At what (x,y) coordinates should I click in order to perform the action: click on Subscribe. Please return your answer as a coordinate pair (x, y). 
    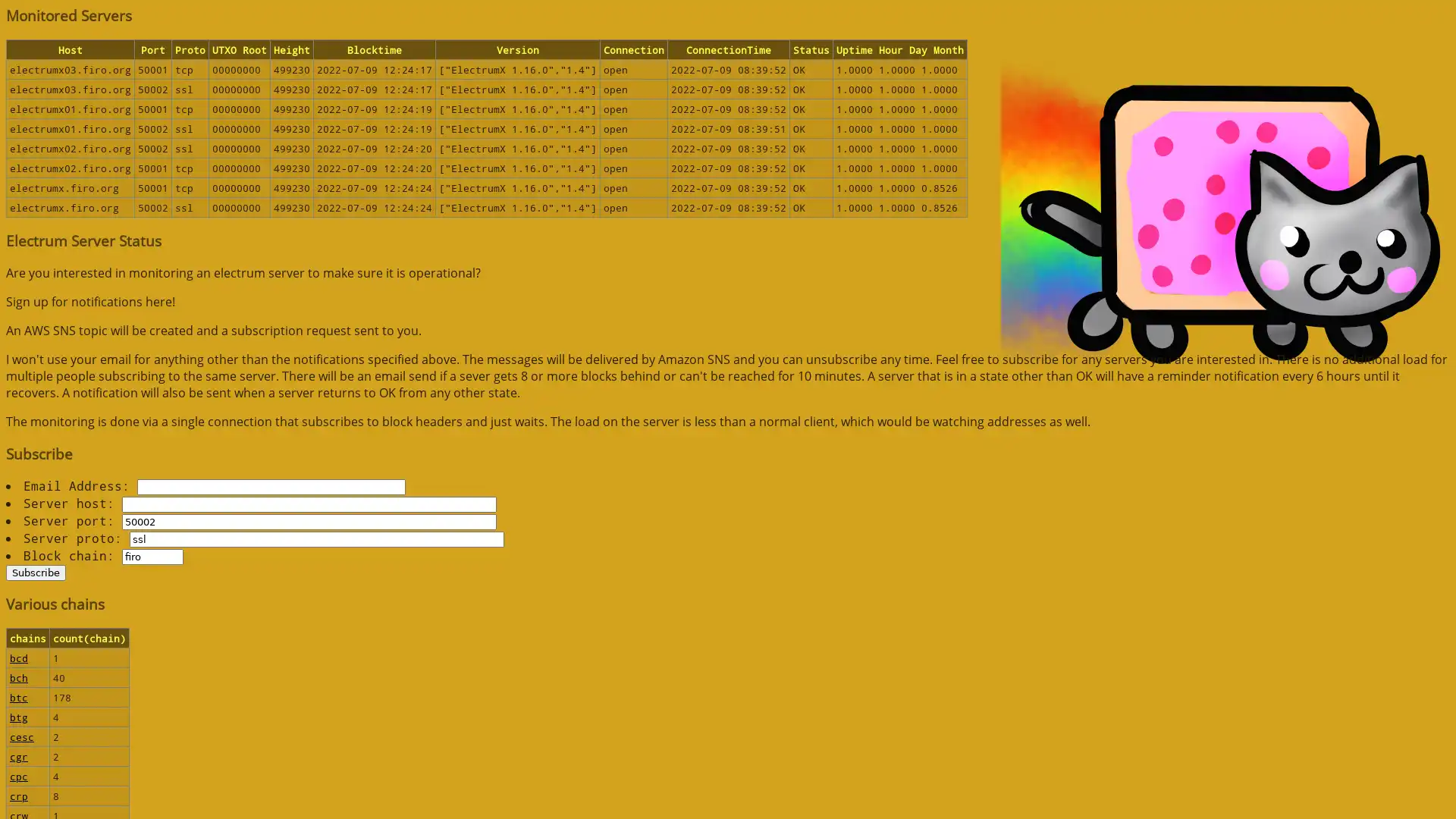
    Looking at the image, I should click on (36, 572).